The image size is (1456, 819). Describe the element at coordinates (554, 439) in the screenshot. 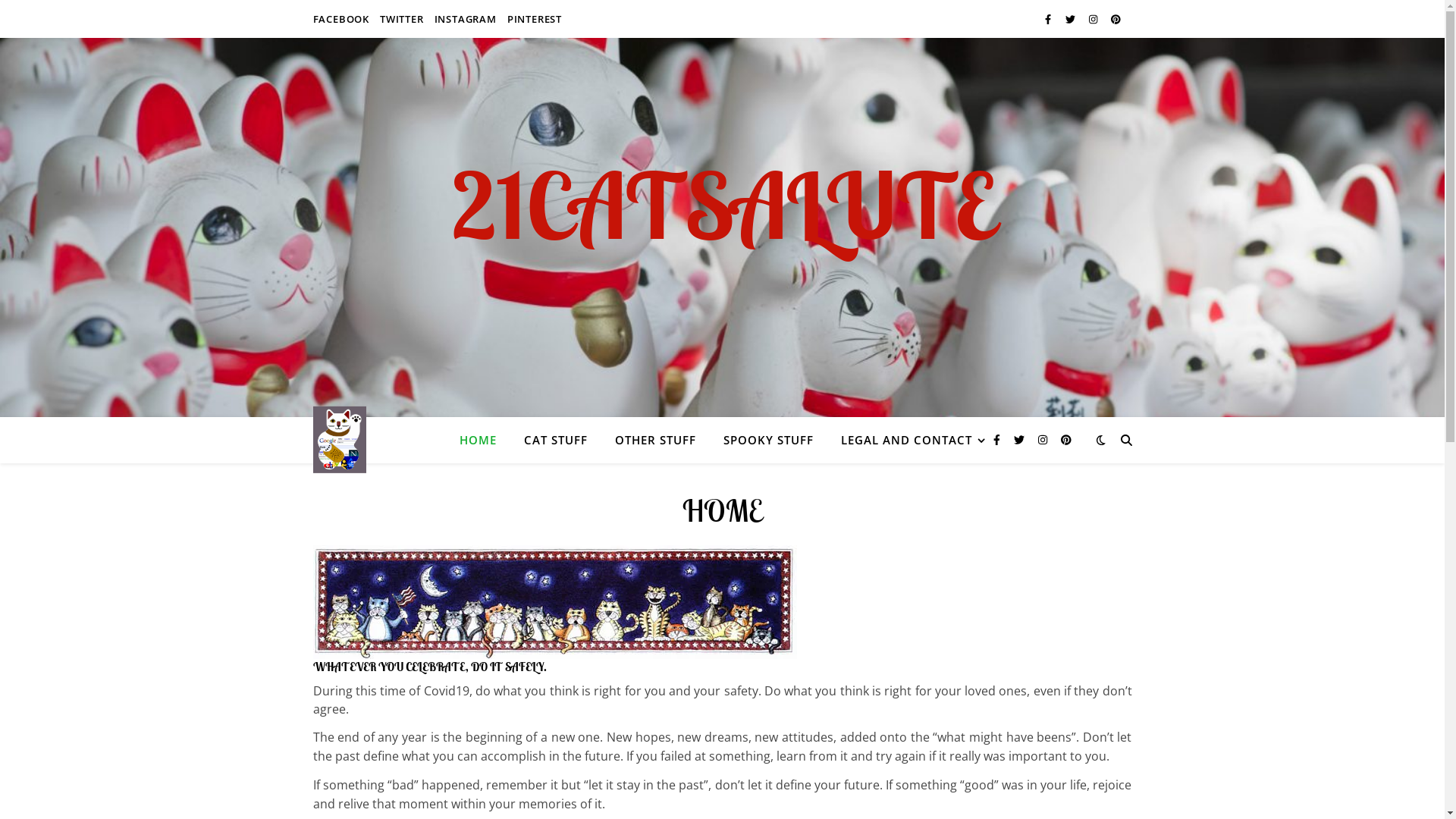

I see `'CAT STUFF'` at that location.